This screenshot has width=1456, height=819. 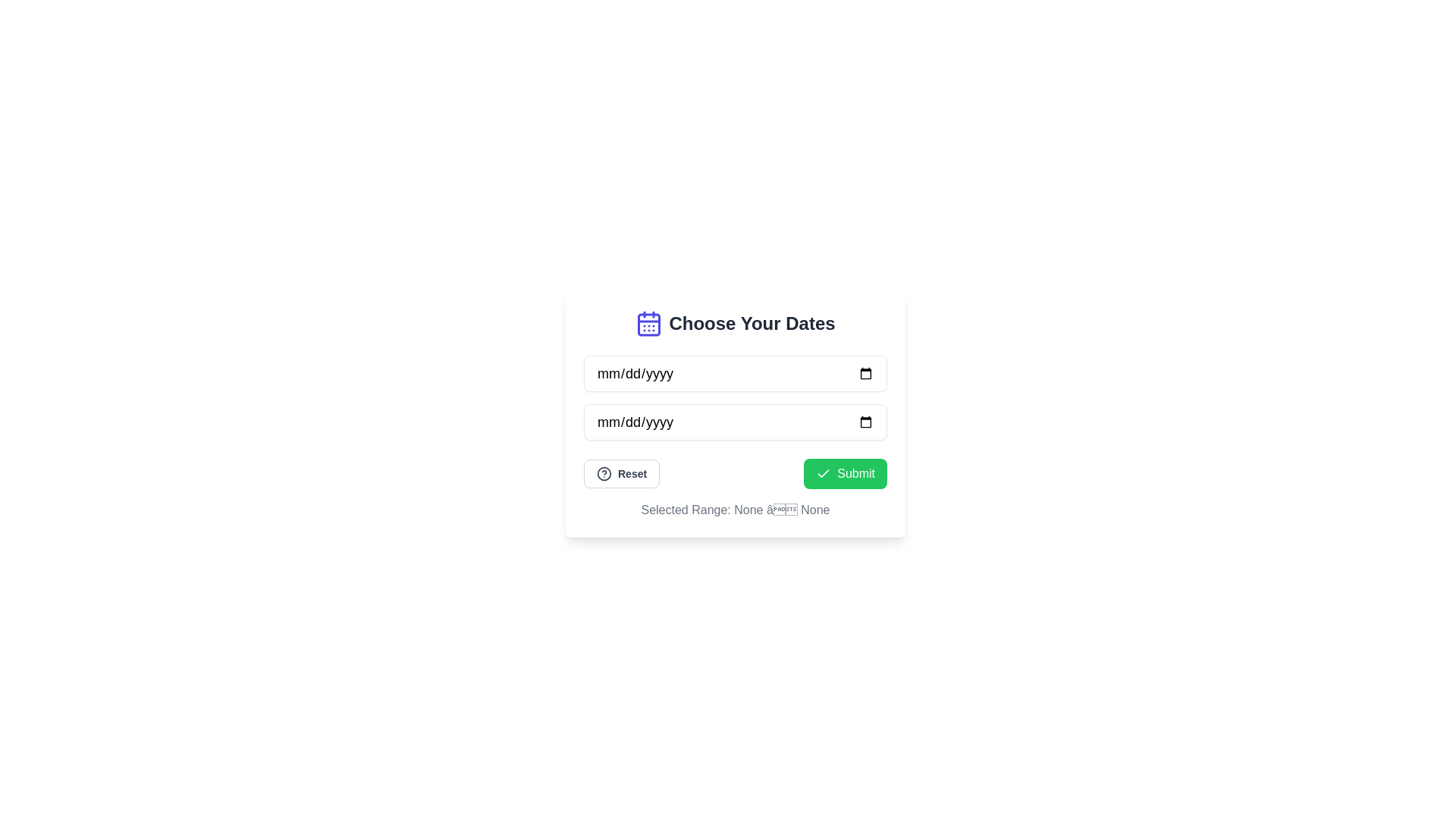 What do you see at coordinates (735, 422) in the screenshot?
I see `a date from the calendar picker by clicking on the second Date Input Field located below the 'Start Date' field` at bounding box center [735, 422].